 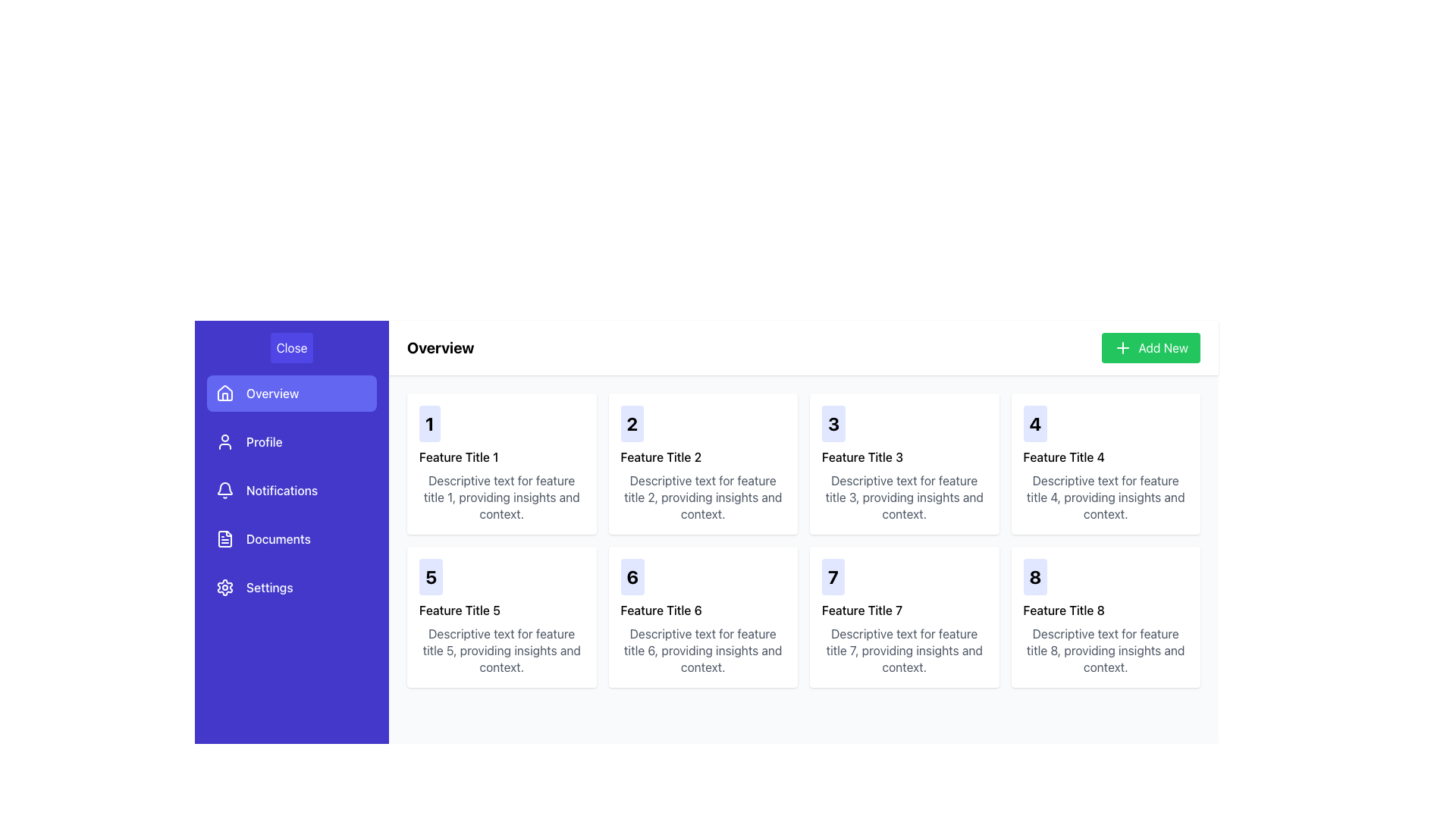 I want to click on the bell icon in the sidebar menu that signifies notifications, located to the left of the text 'Notifications', so click(x=224, y=491).